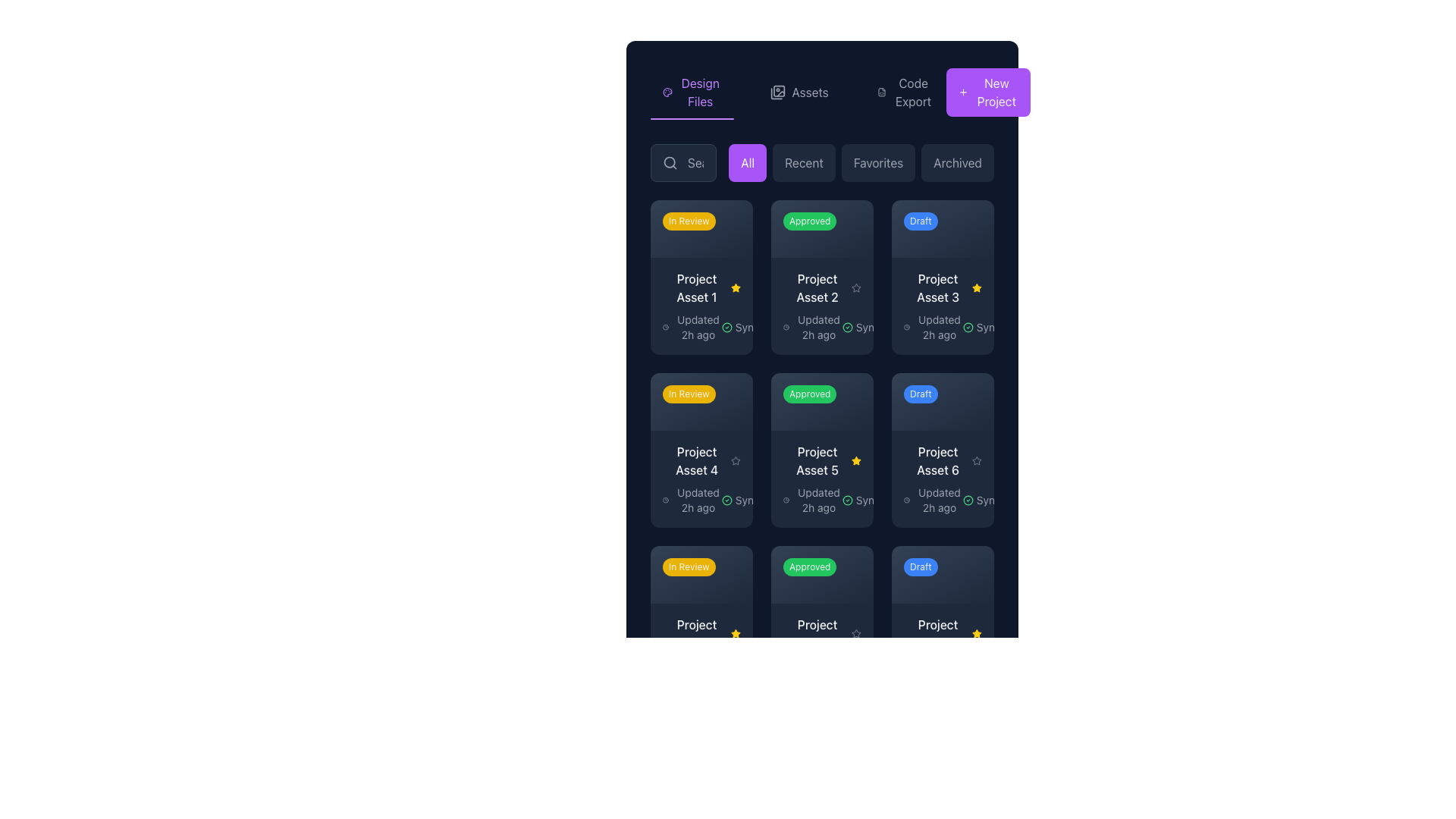 This screenshot has width=1456, height=819. What do you see at coordinates (821, 460) in the screenshot?
I see `the text label 'Project Asset 5' with a yellow star icon to bring up options` at bounding box center [821, 460].